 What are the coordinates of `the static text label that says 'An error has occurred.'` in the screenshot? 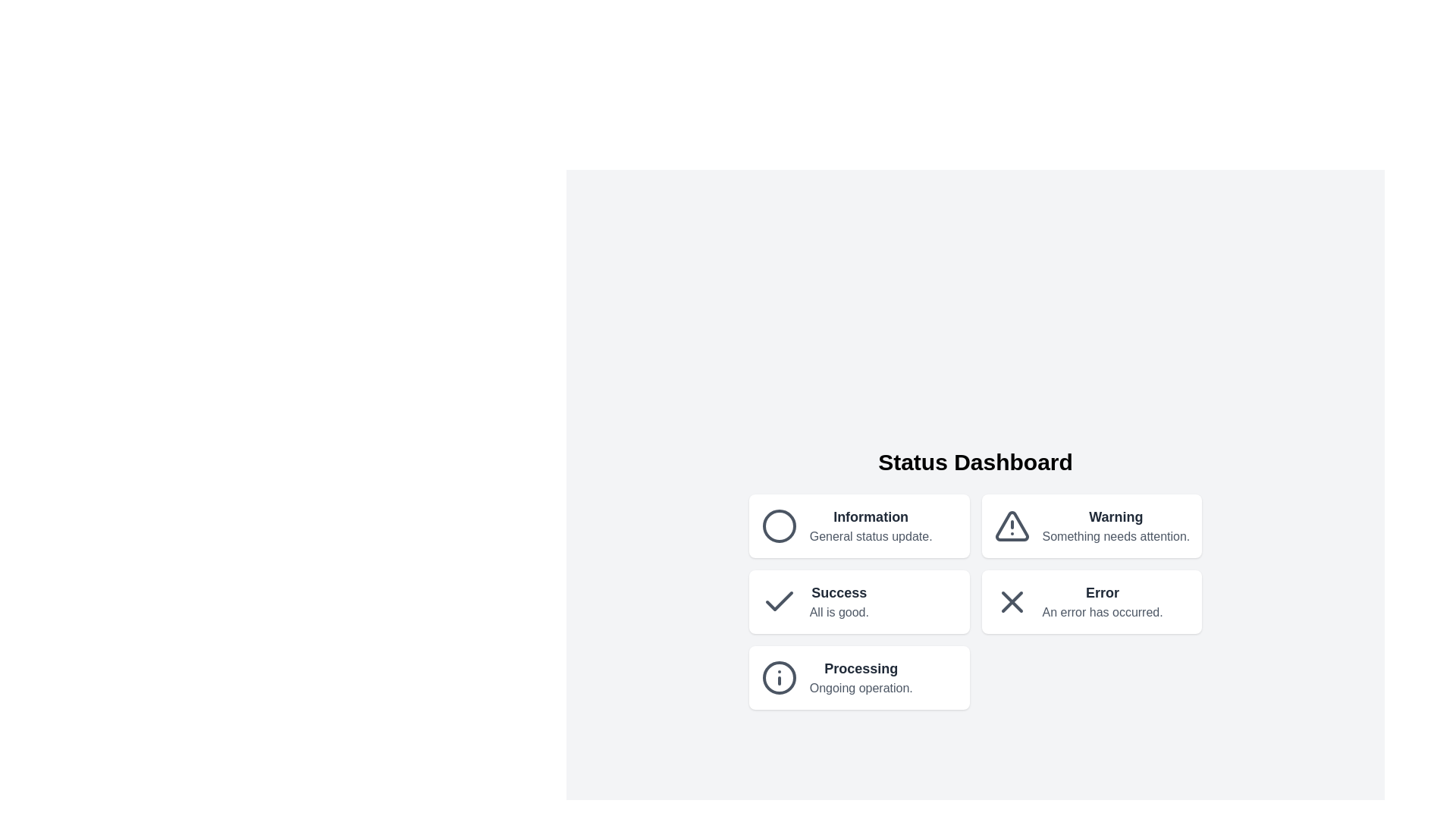 It's located at (1103, 611).